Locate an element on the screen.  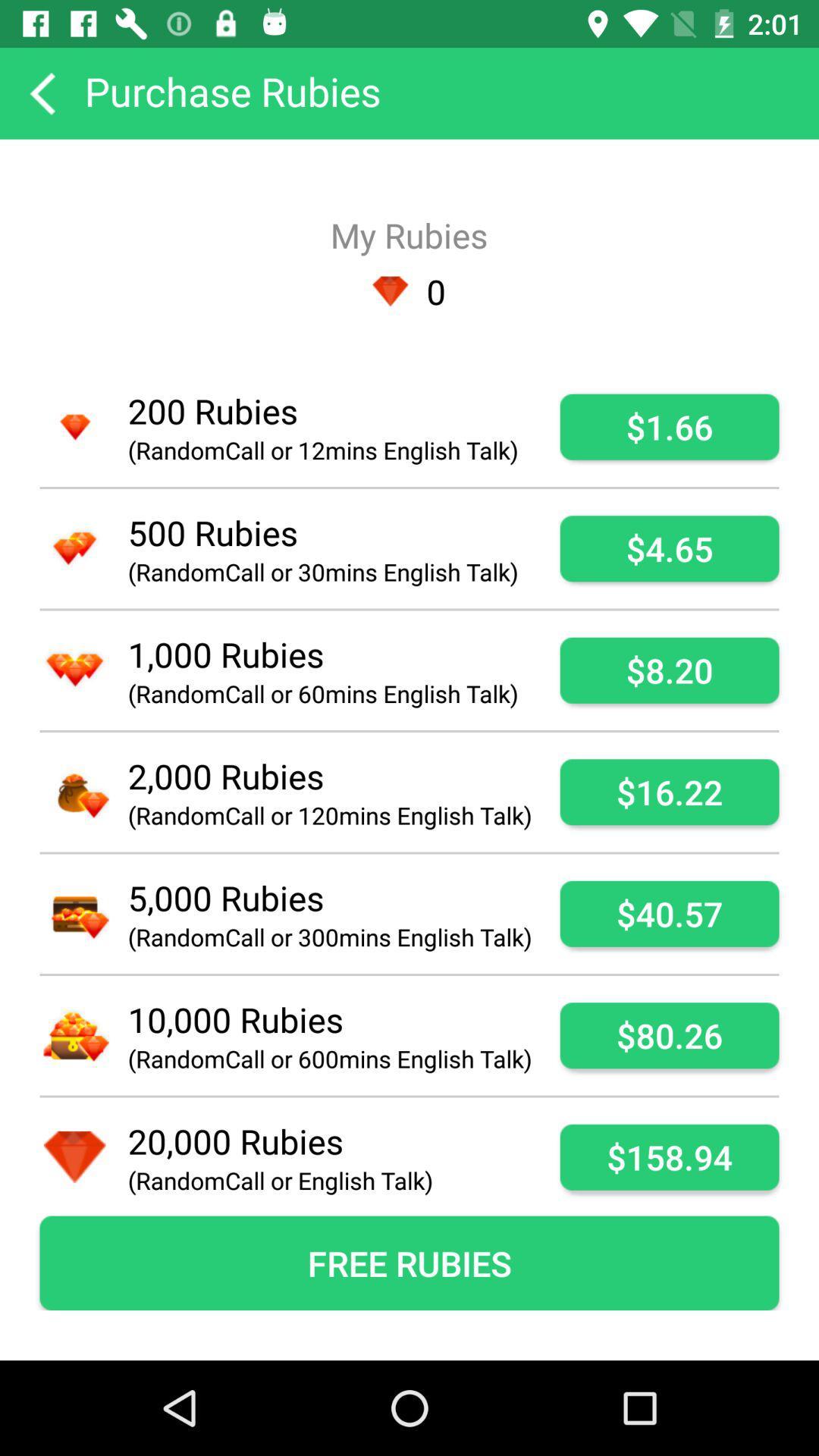
go back is located at coordinates (41, 93).